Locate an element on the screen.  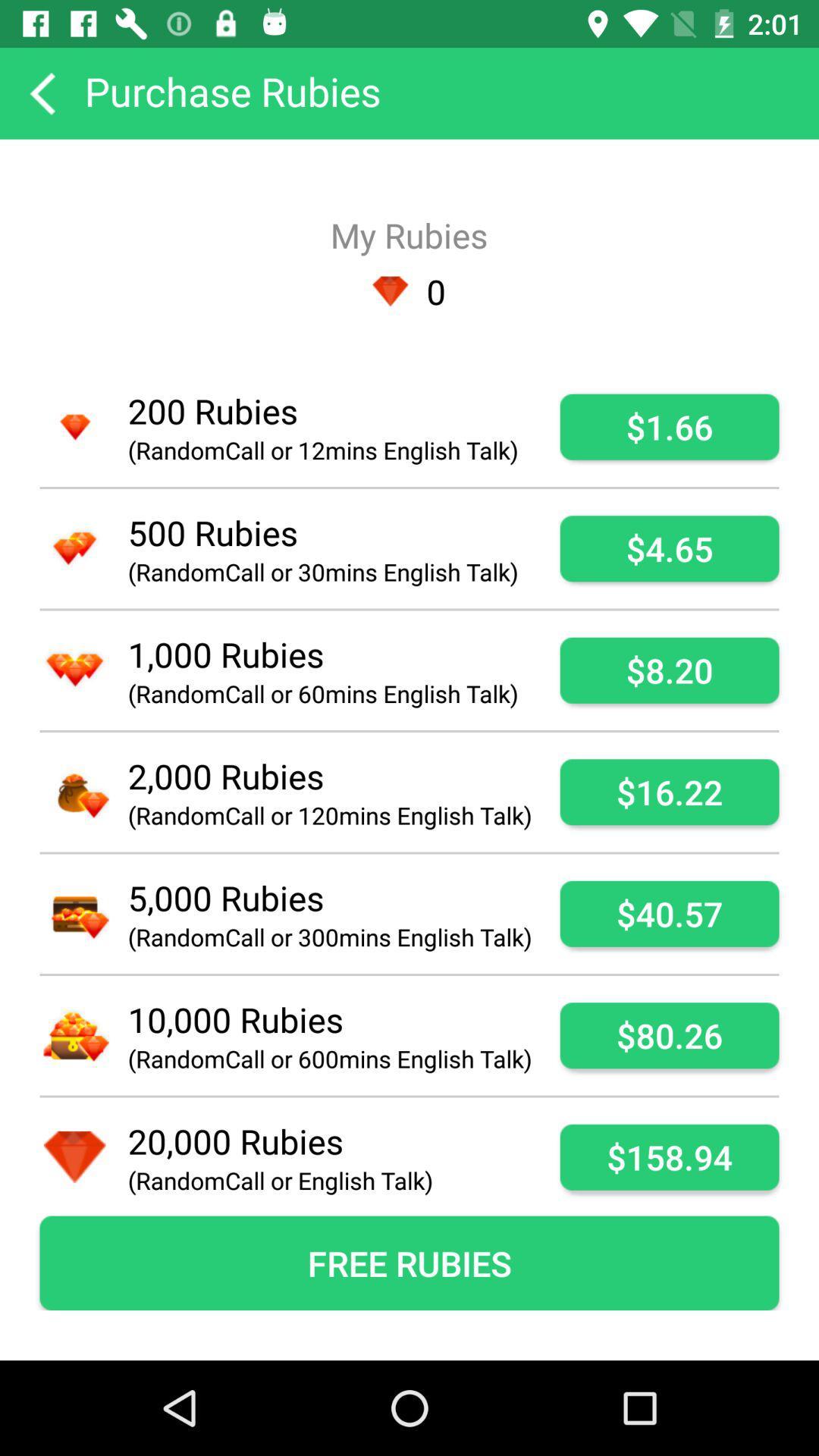
go back is located at coordinates (41, 93).